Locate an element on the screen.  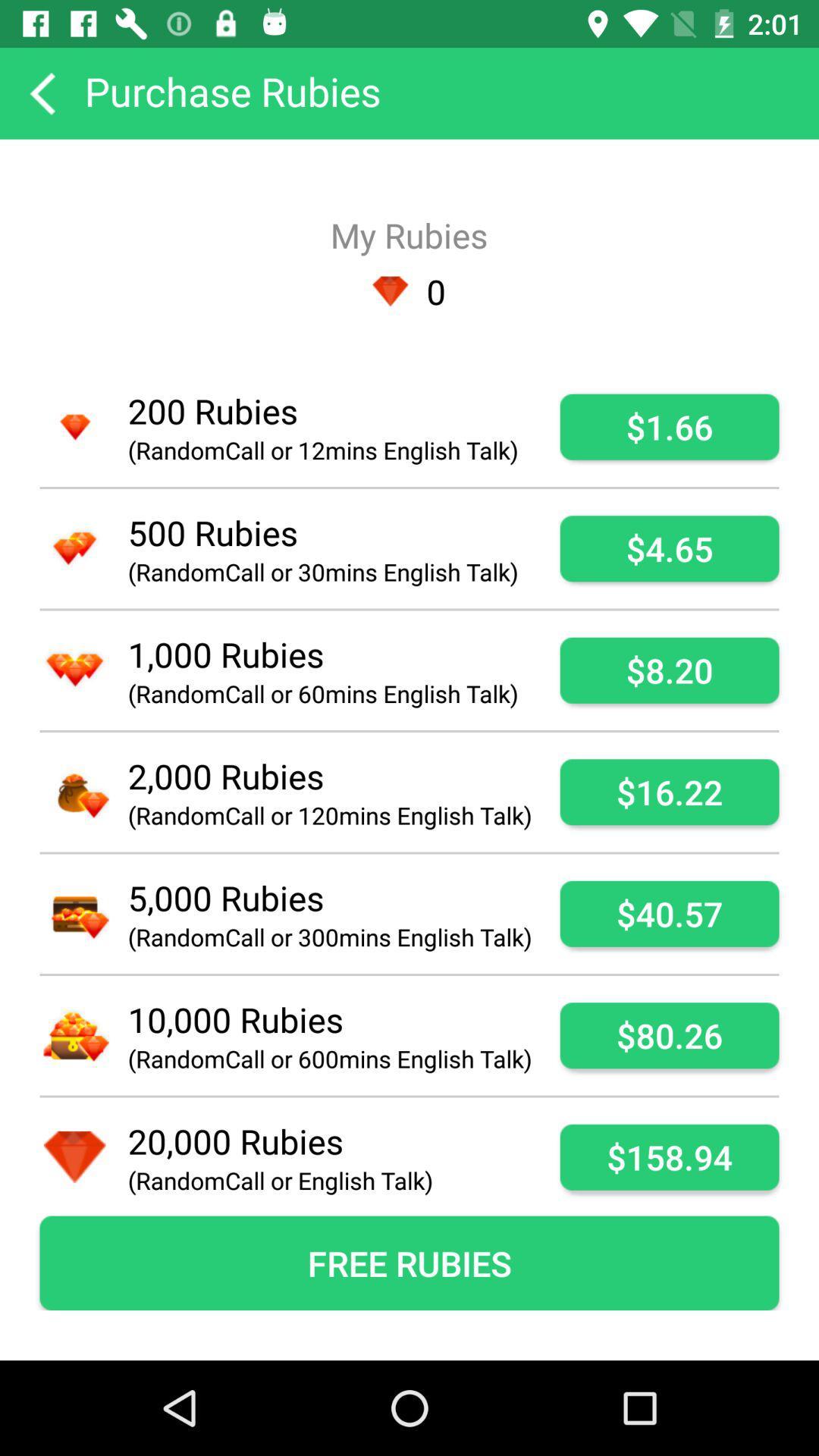
go back is located at coordinates (41, 93).